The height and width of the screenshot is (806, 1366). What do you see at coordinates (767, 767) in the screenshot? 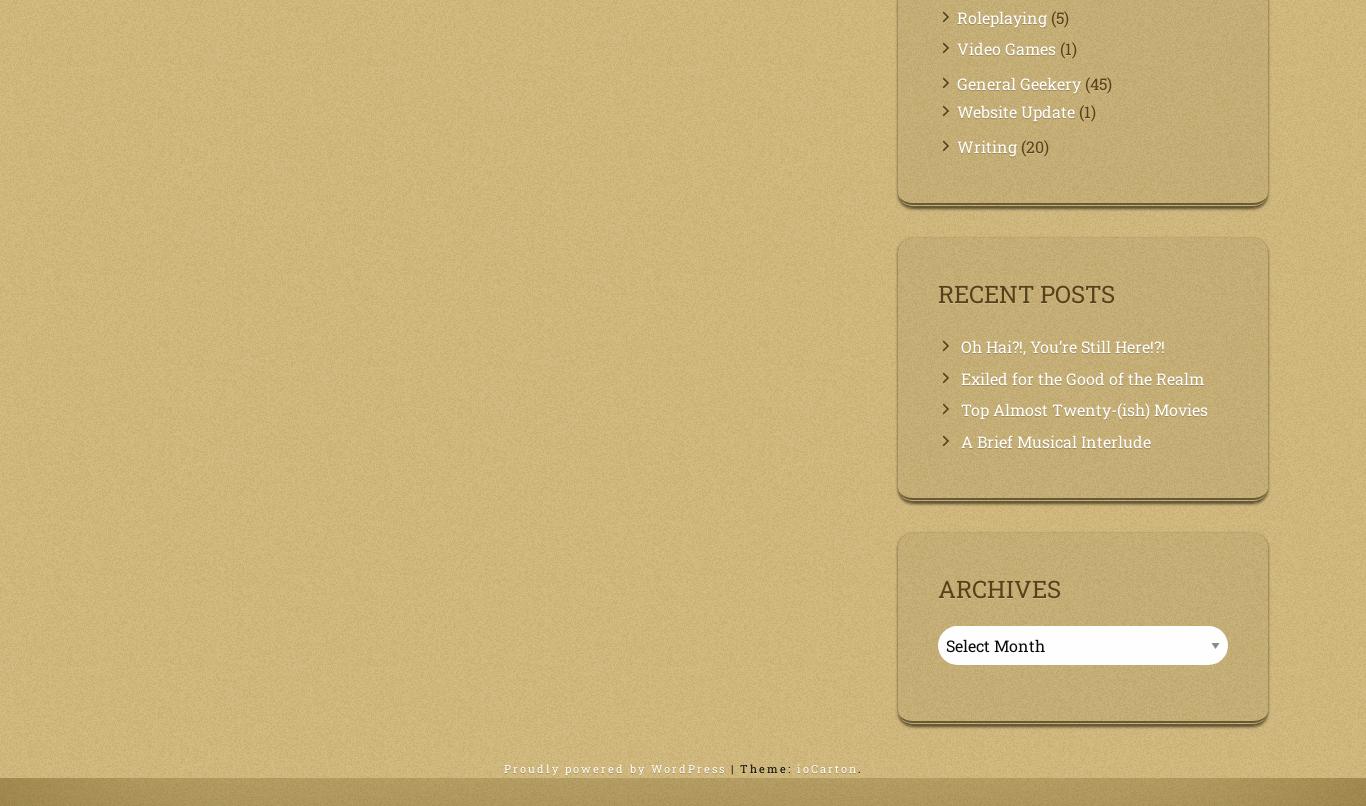
I see `'Theme:'` at bounding box center [767, 767].